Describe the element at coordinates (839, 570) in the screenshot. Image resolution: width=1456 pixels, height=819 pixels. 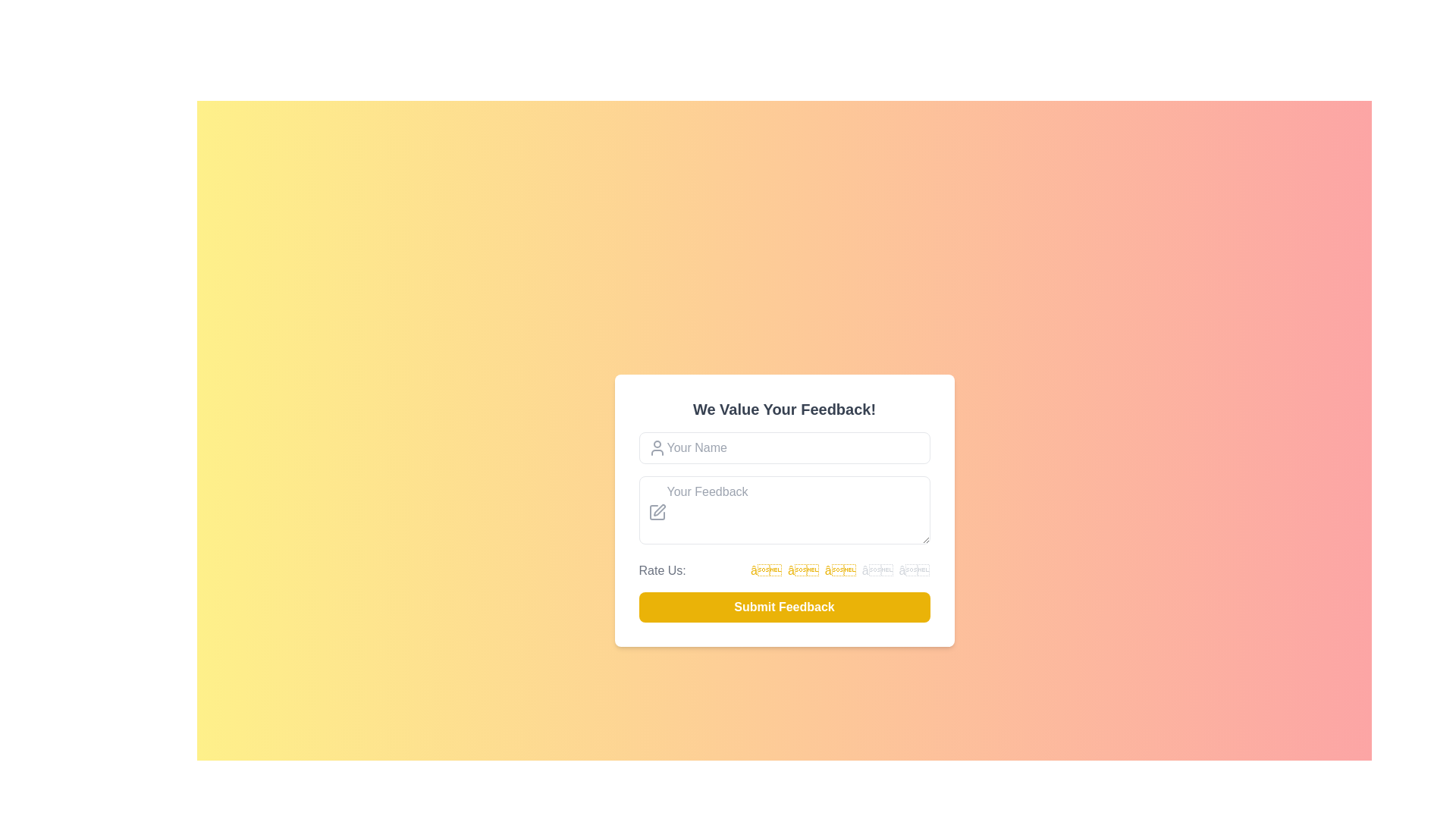
I see `the third star icon in the rating component labeled 'Rate Us:' to represent a three-star rating` at that location.